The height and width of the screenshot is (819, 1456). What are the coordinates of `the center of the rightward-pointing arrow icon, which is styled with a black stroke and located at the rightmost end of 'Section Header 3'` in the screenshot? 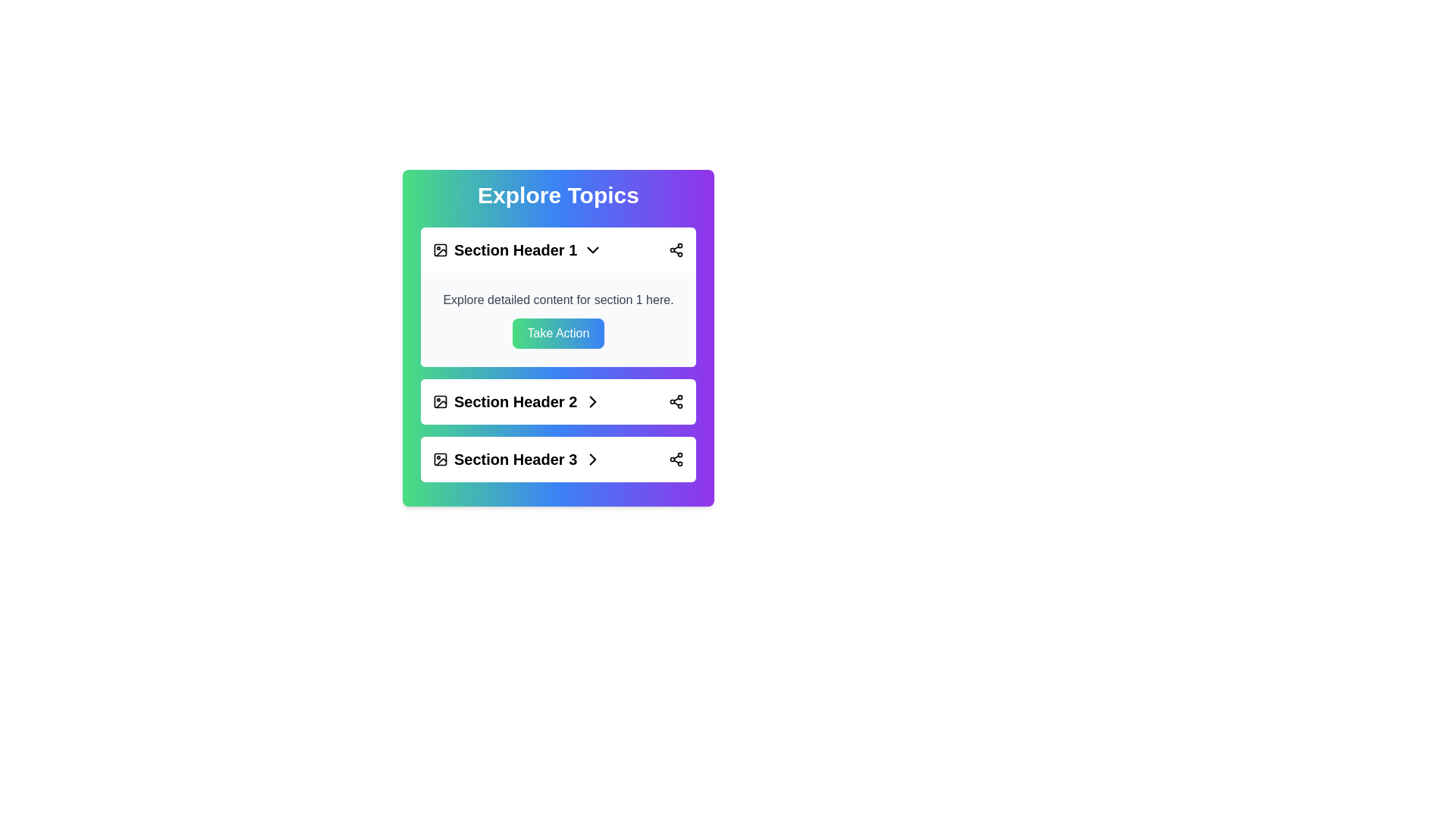 It's located at (592, 458).